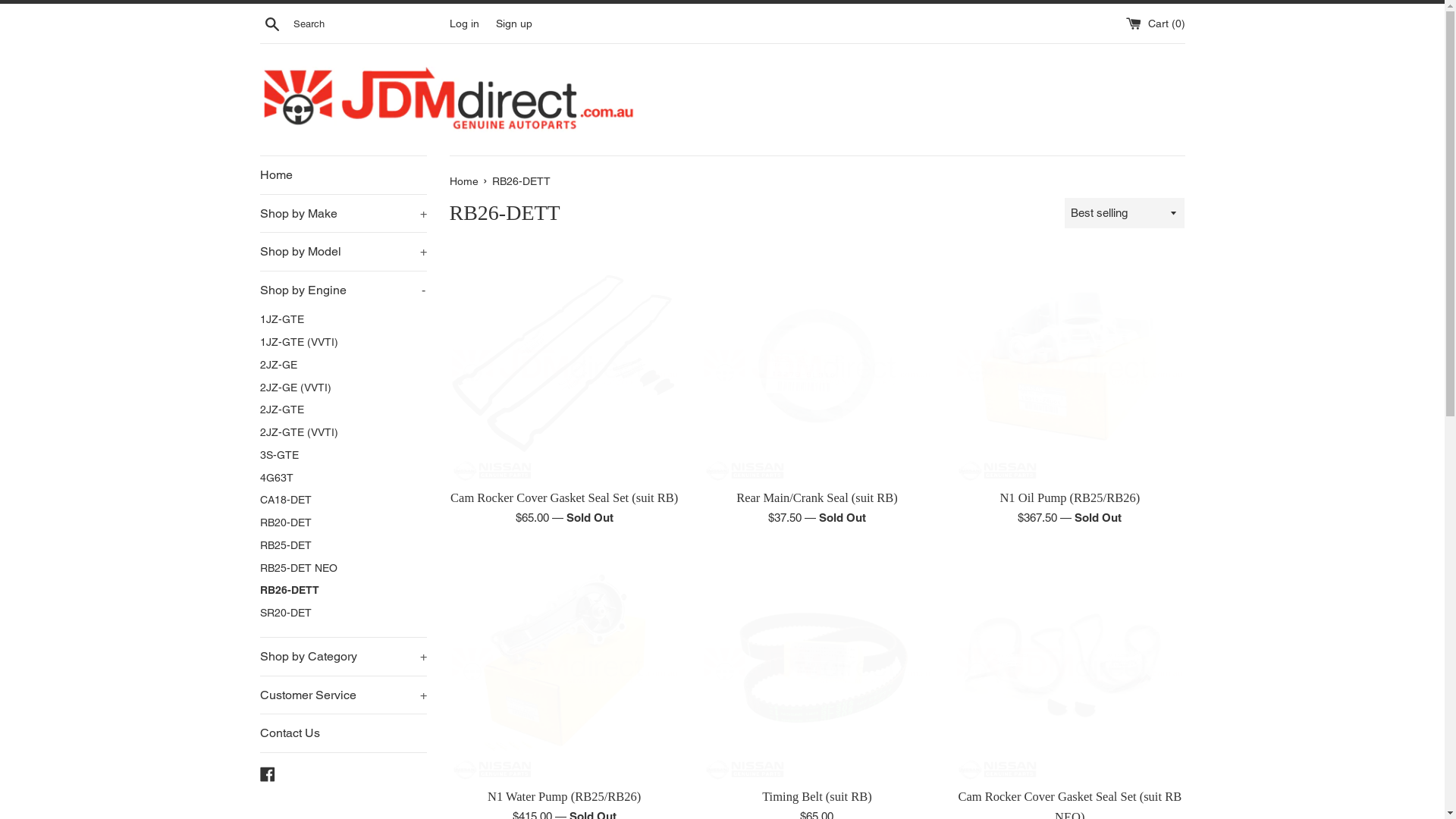 The image size is (1456, 819). Describe the element at coordinates (341, 409) in the screenshot. I see `'2JZ-GTE'` at that location.